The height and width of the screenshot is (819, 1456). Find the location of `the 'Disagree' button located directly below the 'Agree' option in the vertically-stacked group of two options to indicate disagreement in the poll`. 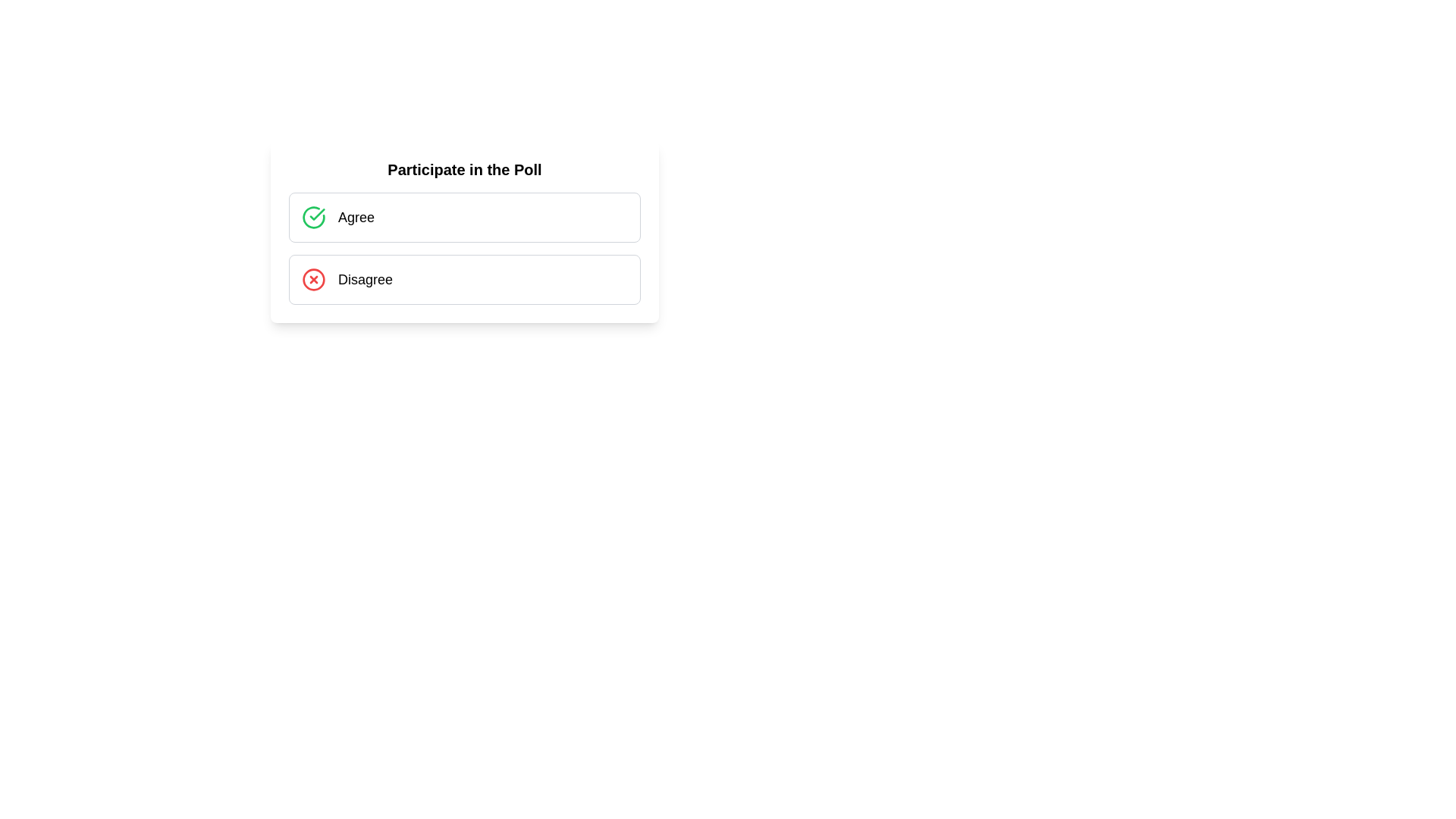

the 'Disagree' button located directly below the 'Agree' option in the vertically-stacked group of two options to indicate disagreement in the poll is located at coordinates (464, 280).